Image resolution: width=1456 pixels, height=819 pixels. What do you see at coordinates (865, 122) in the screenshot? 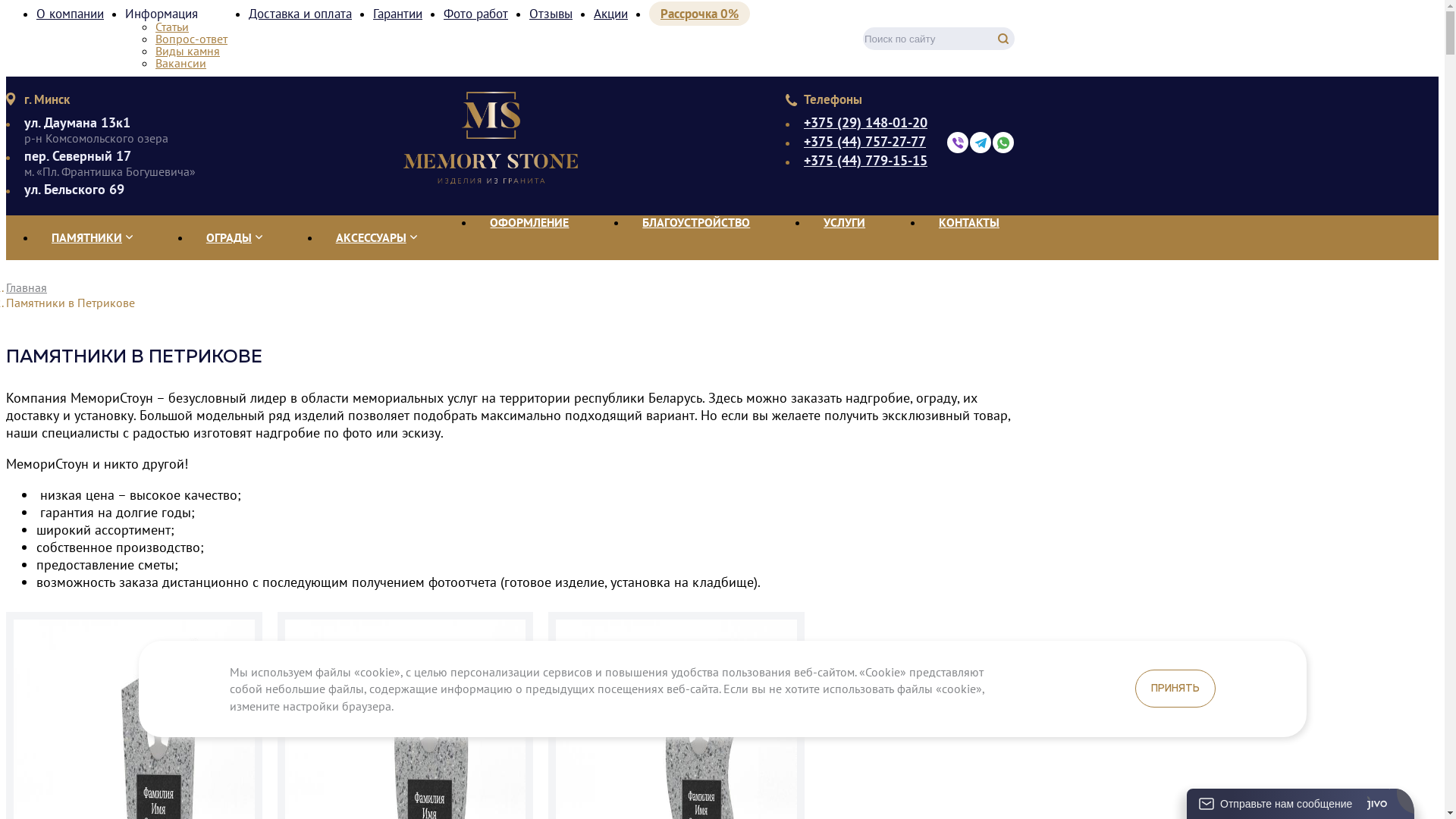
I see `'+375 (29) 148-01-20'` at bounding box center [865, 122].